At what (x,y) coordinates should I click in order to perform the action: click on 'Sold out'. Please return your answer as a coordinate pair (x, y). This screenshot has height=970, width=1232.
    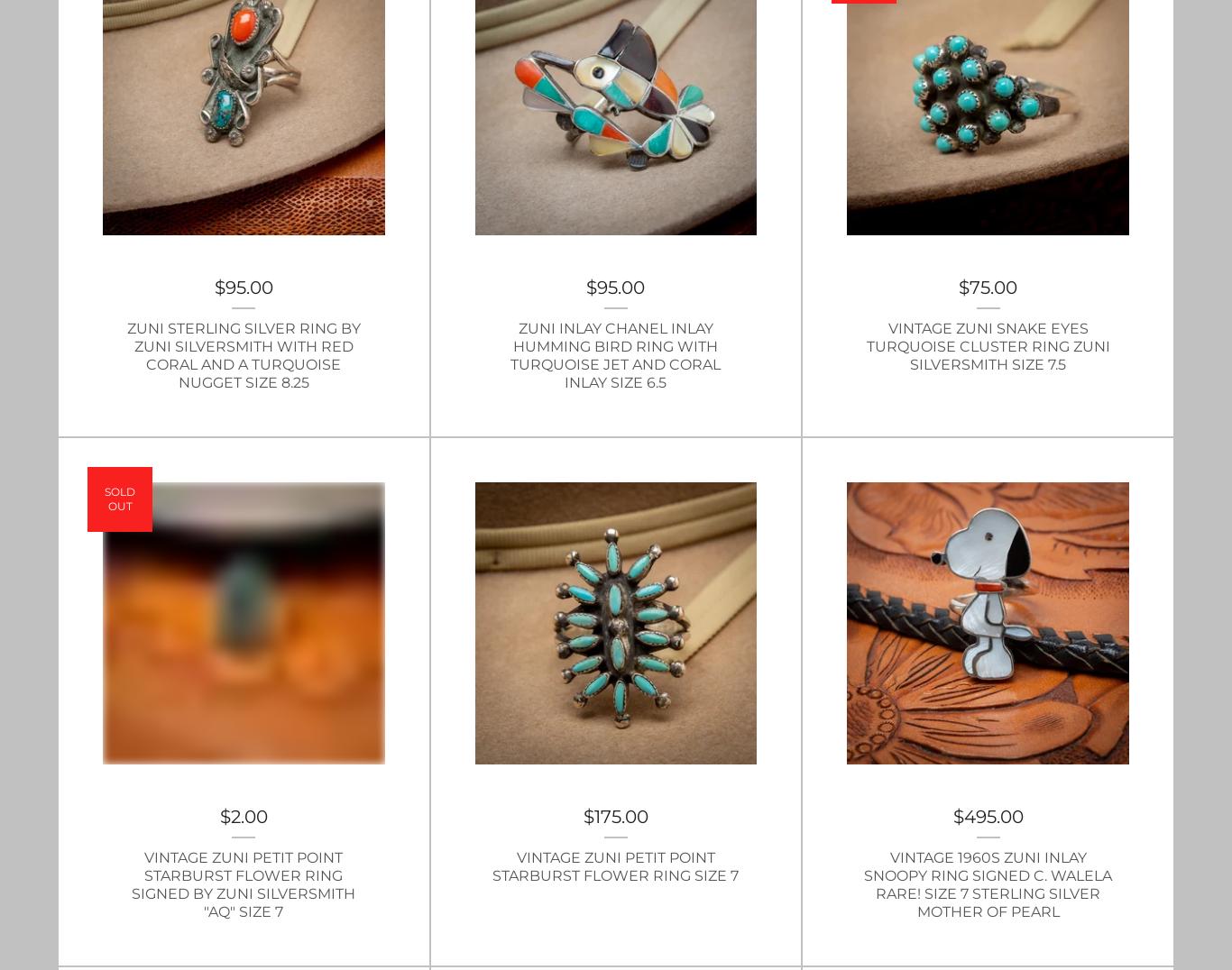
    Looking at the image, I should click on (119, 498).